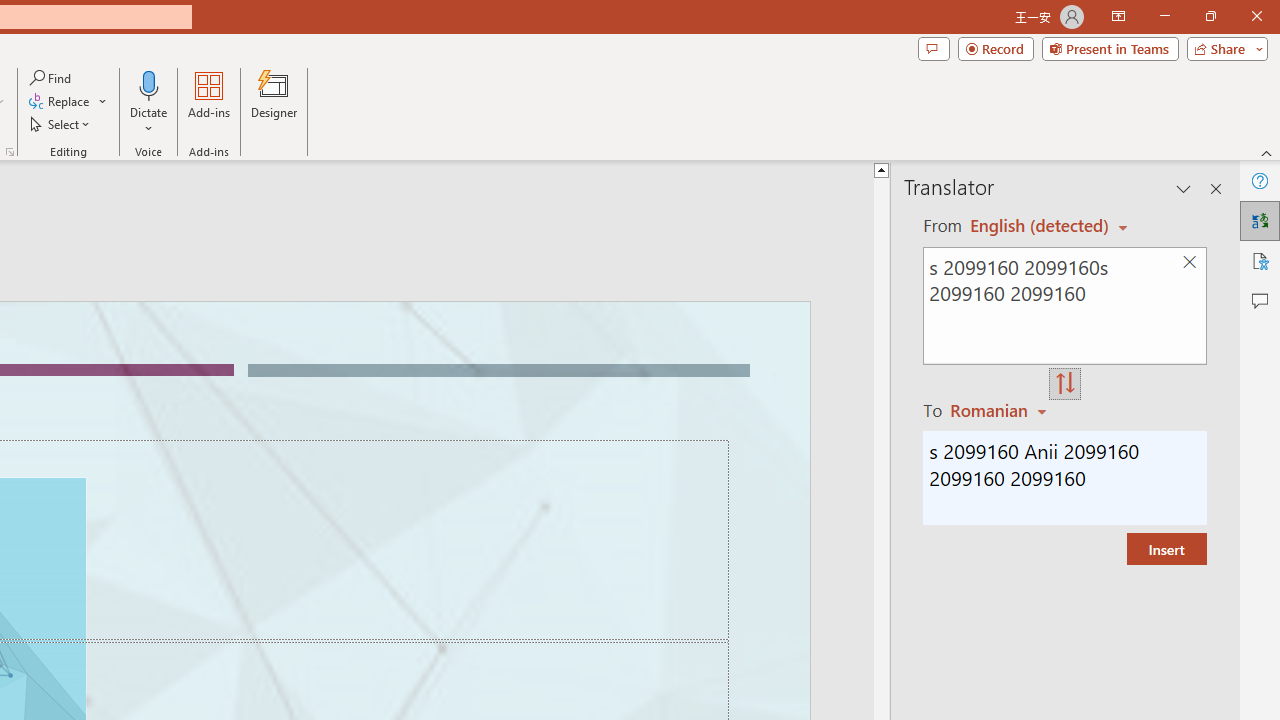 The height and width of the screenshot is (720, 1280). Describe the element at coordinates (1001, 409) in the screenshot. I see `'Czech'` at that location.